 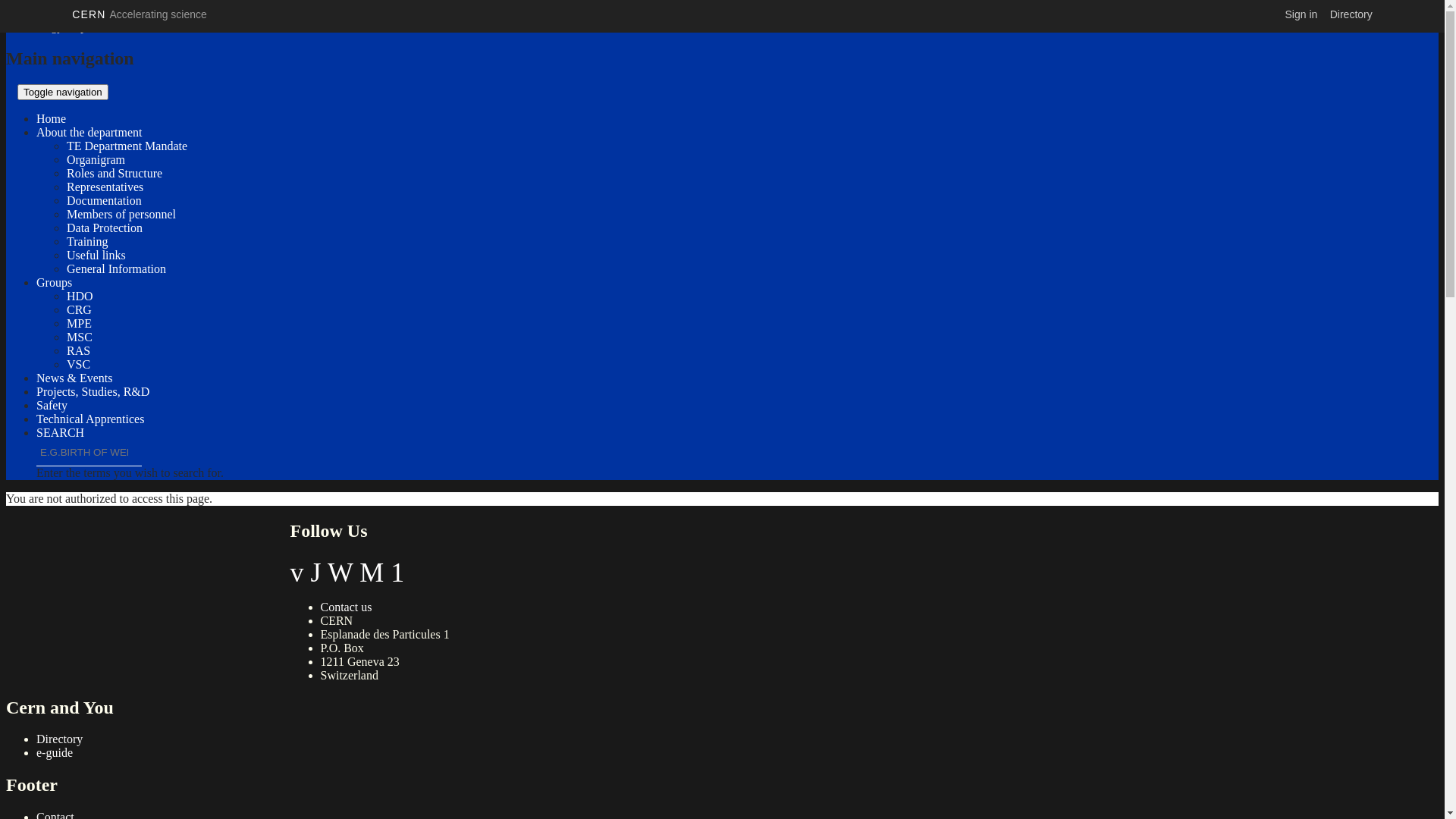 What do you see at coordinates (36, 419) in the screenshot?
I see `'Technical Apprentices'` at bounding box center [36, 419].